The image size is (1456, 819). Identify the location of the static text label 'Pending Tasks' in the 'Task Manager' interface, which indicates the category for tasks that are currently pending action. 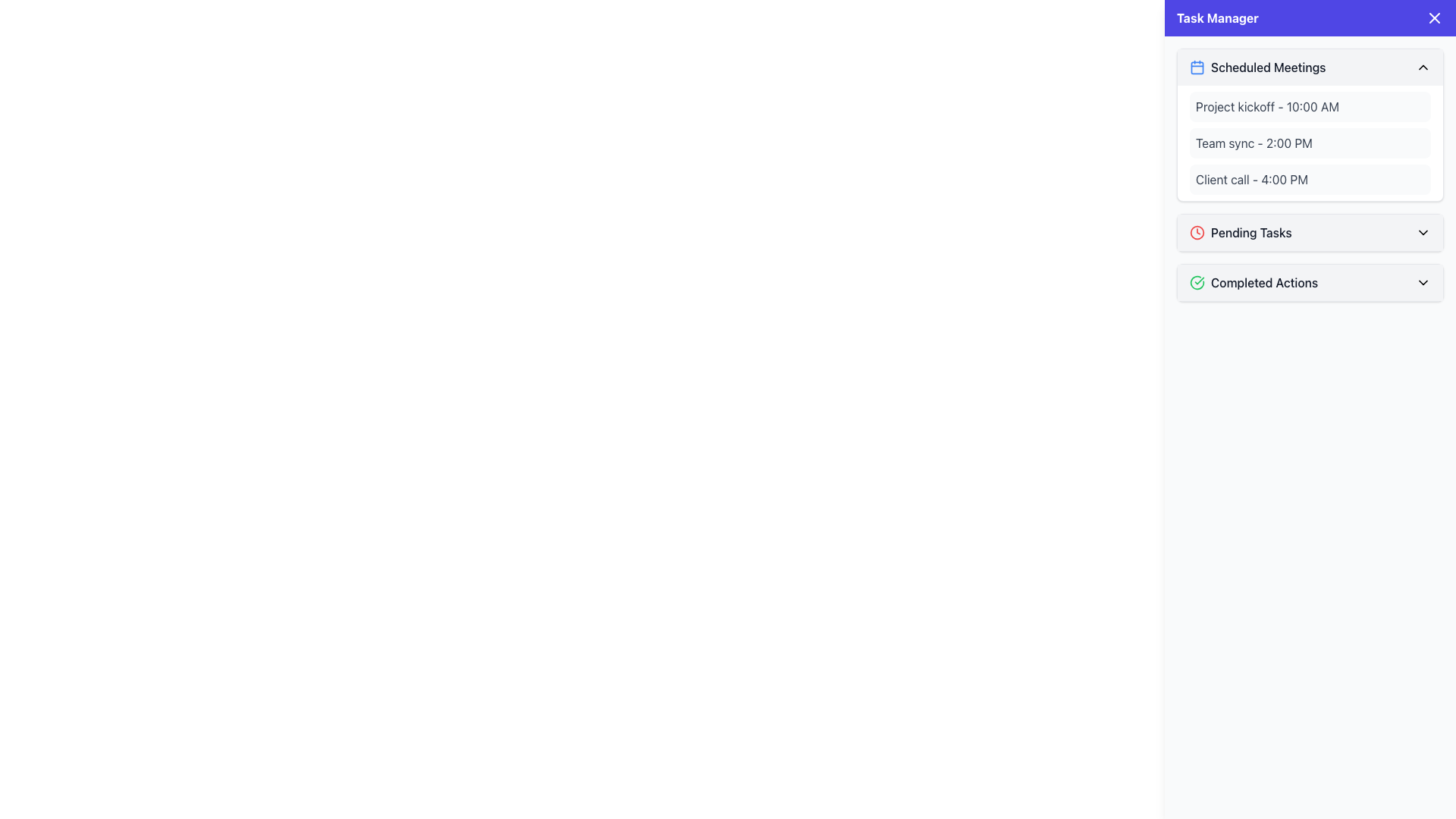
(1251, 233).